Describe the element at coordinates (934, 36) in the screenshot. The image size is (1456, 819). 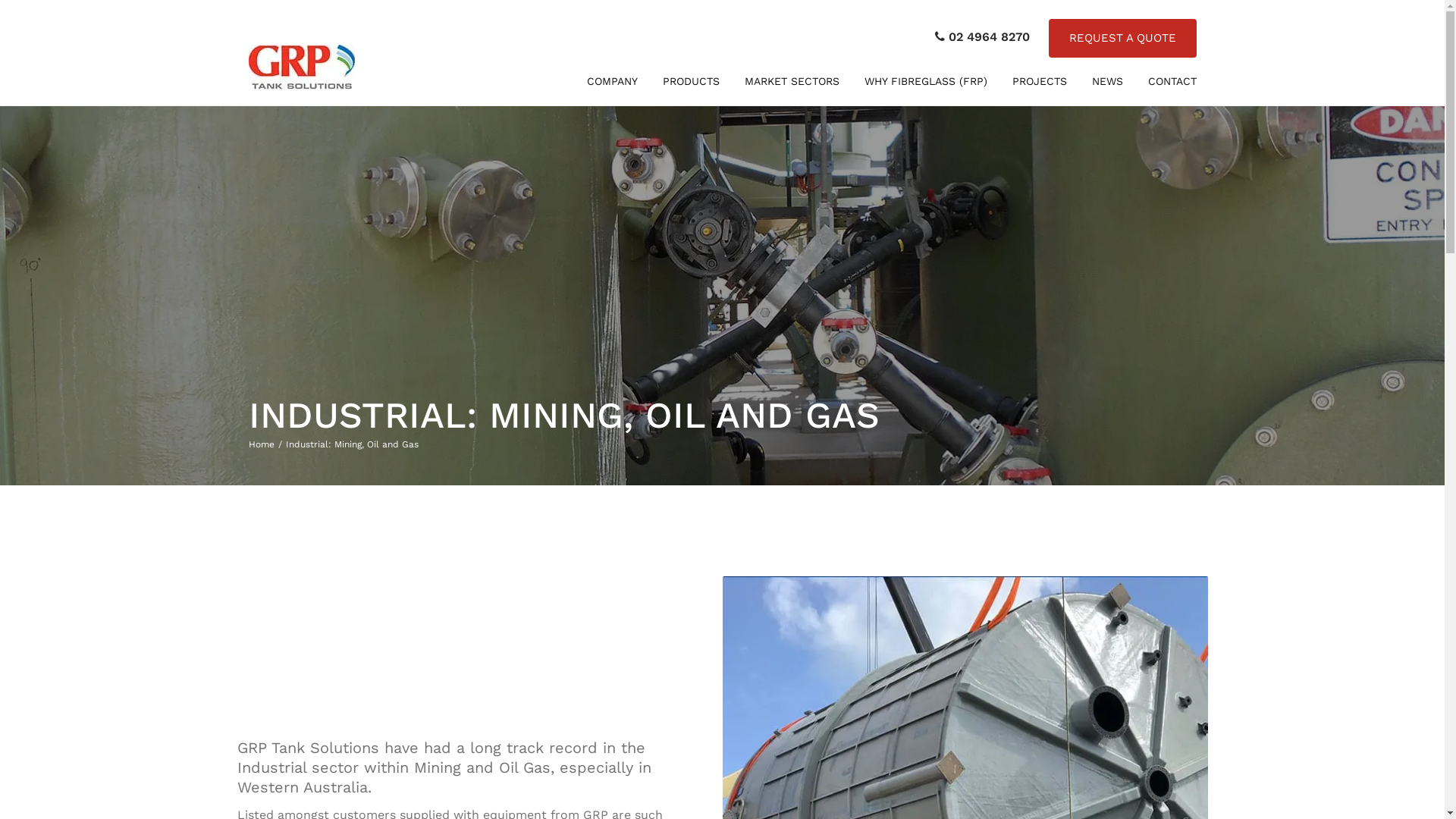
I see `'02 4964 8270'` at that location.